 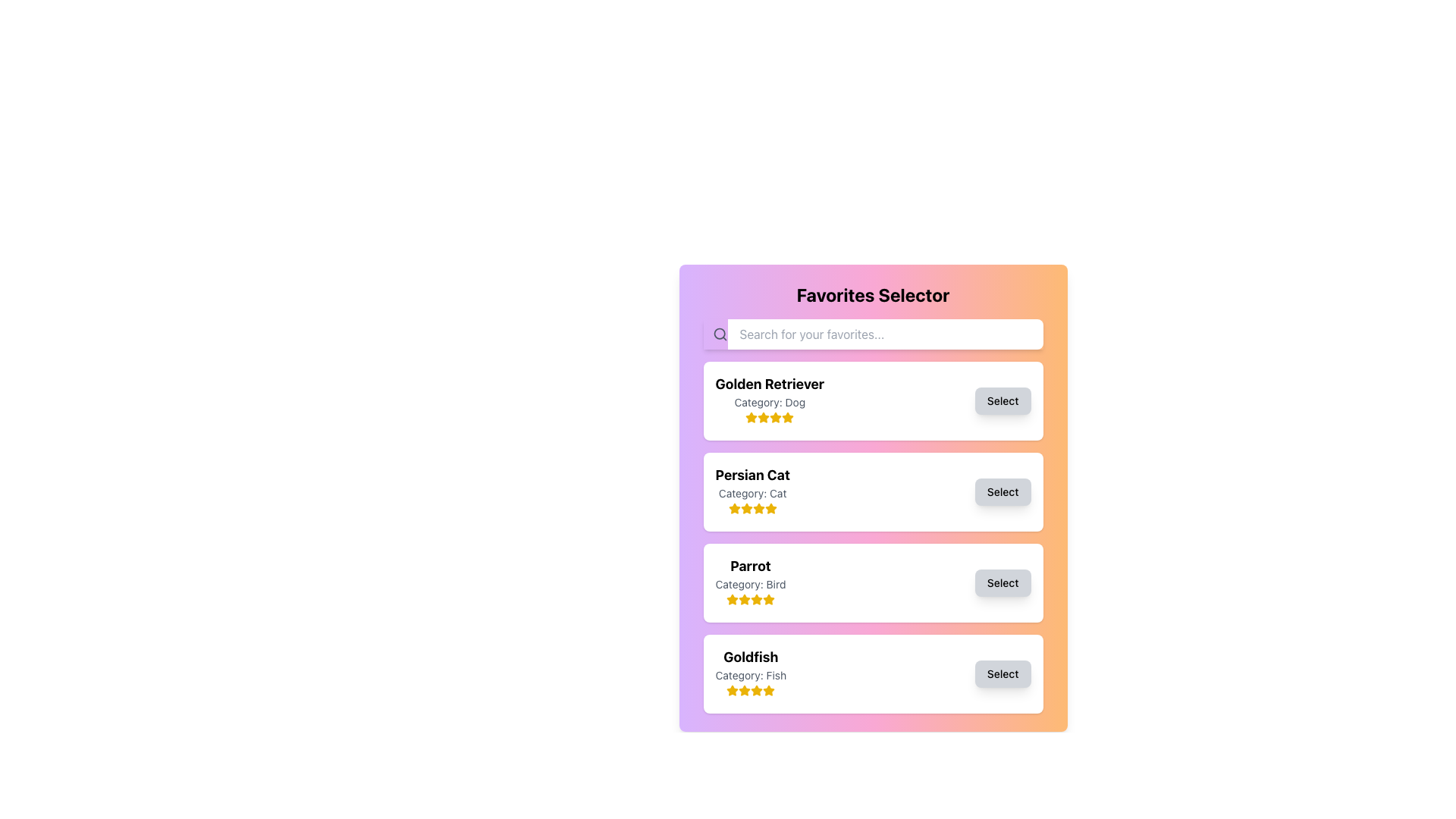 What do you see at coordinates (758, 508) in the screenshot?
I see `the third yellow star icon representing the rating for 'Persian Cat'` at bounding box center [758, 508].